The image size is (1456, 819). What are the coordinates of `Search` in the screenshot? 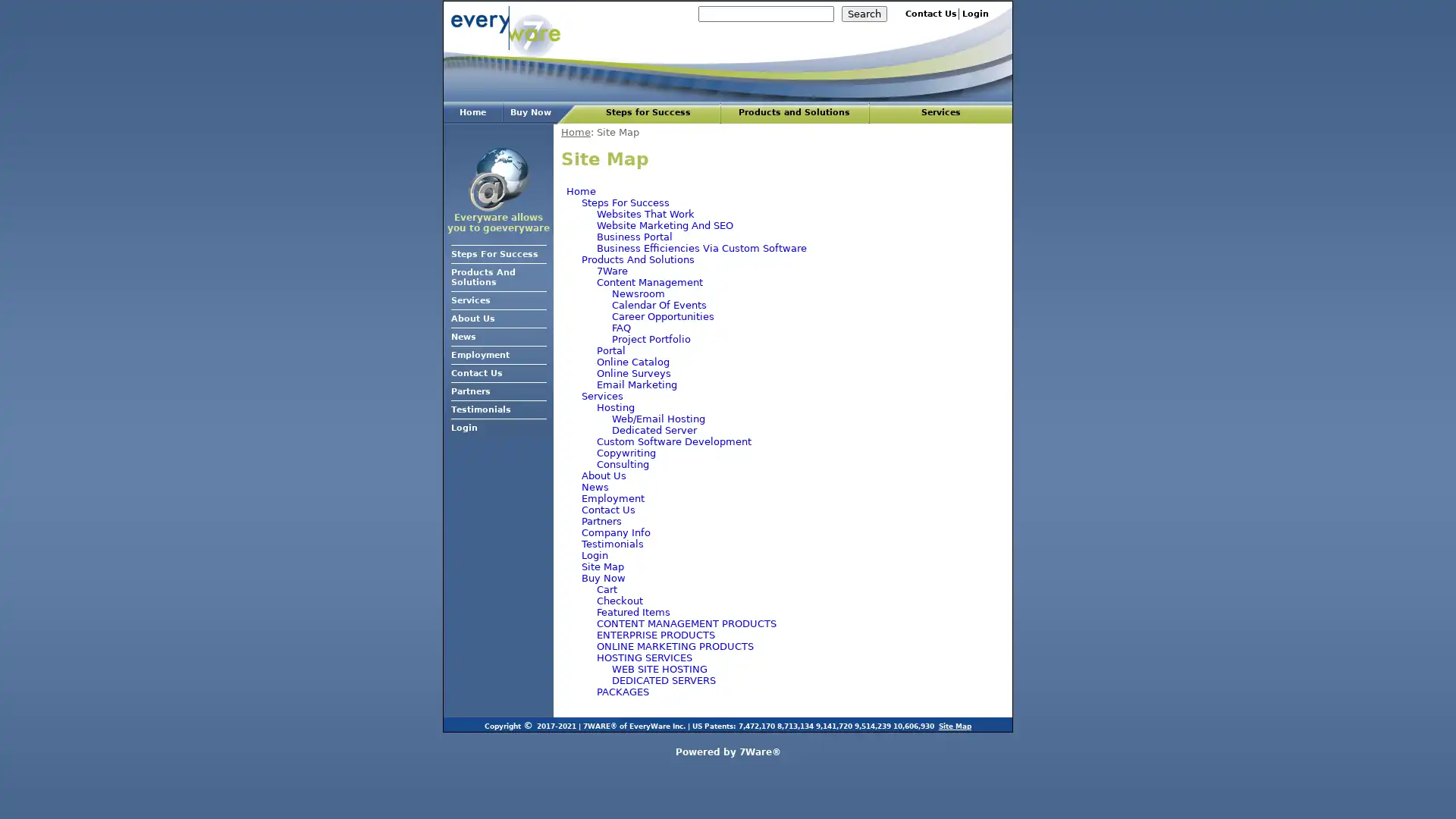 It's located at (864, 14).